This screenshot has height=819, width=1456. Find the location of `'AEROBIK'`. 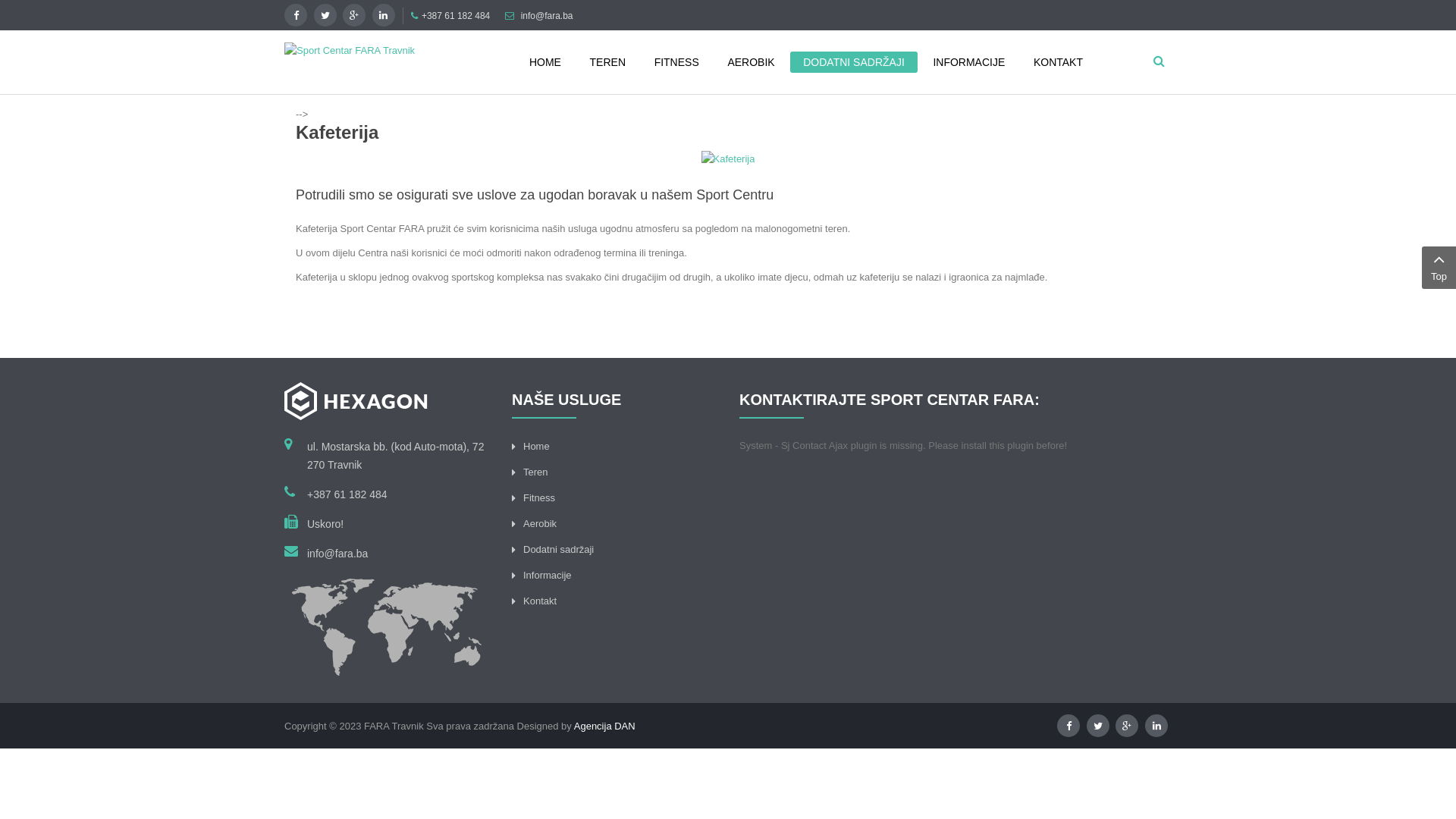

'AEROBIK' is located at coordinates (750, 61).